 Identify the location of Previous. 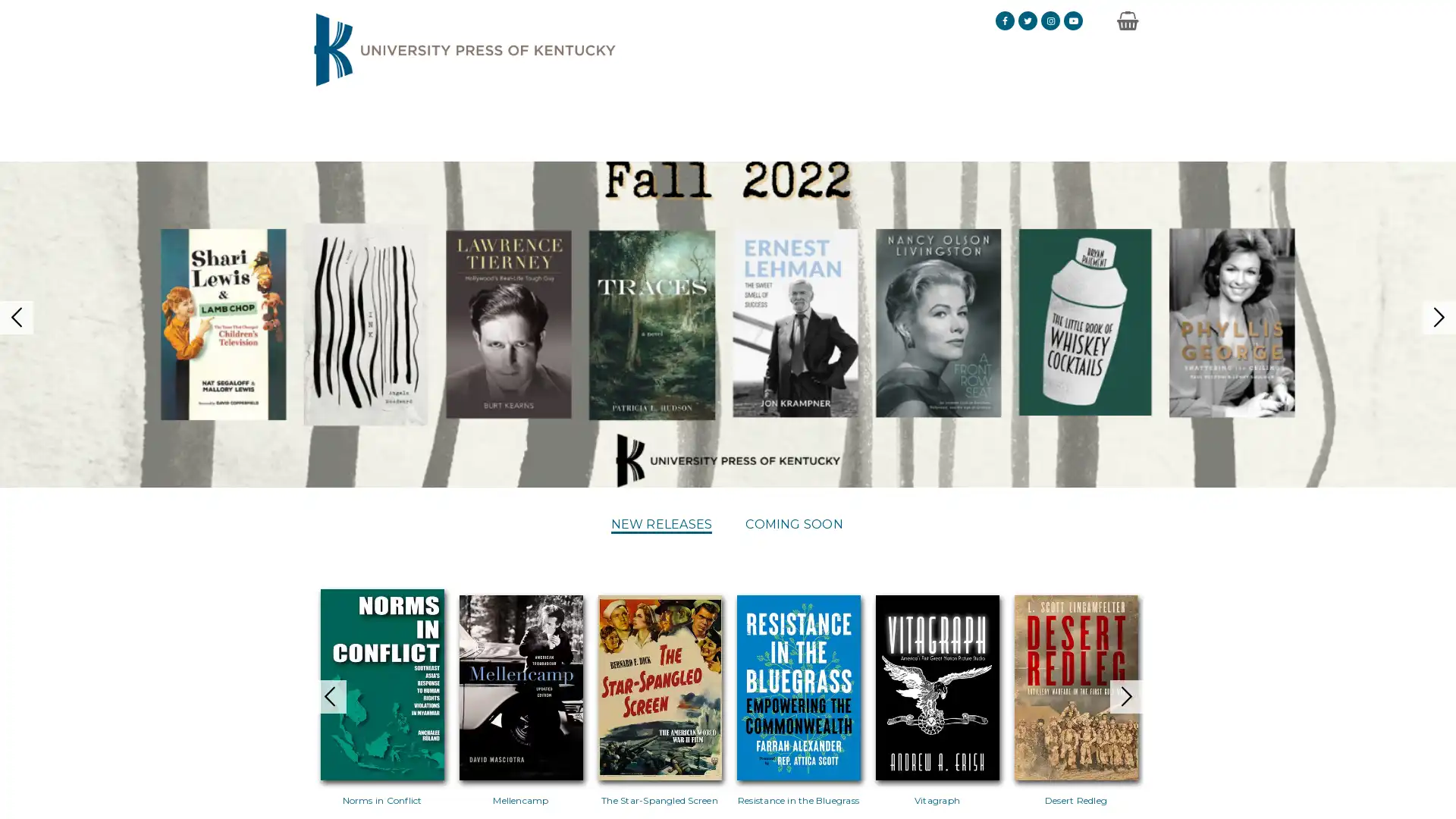
(298, 672).